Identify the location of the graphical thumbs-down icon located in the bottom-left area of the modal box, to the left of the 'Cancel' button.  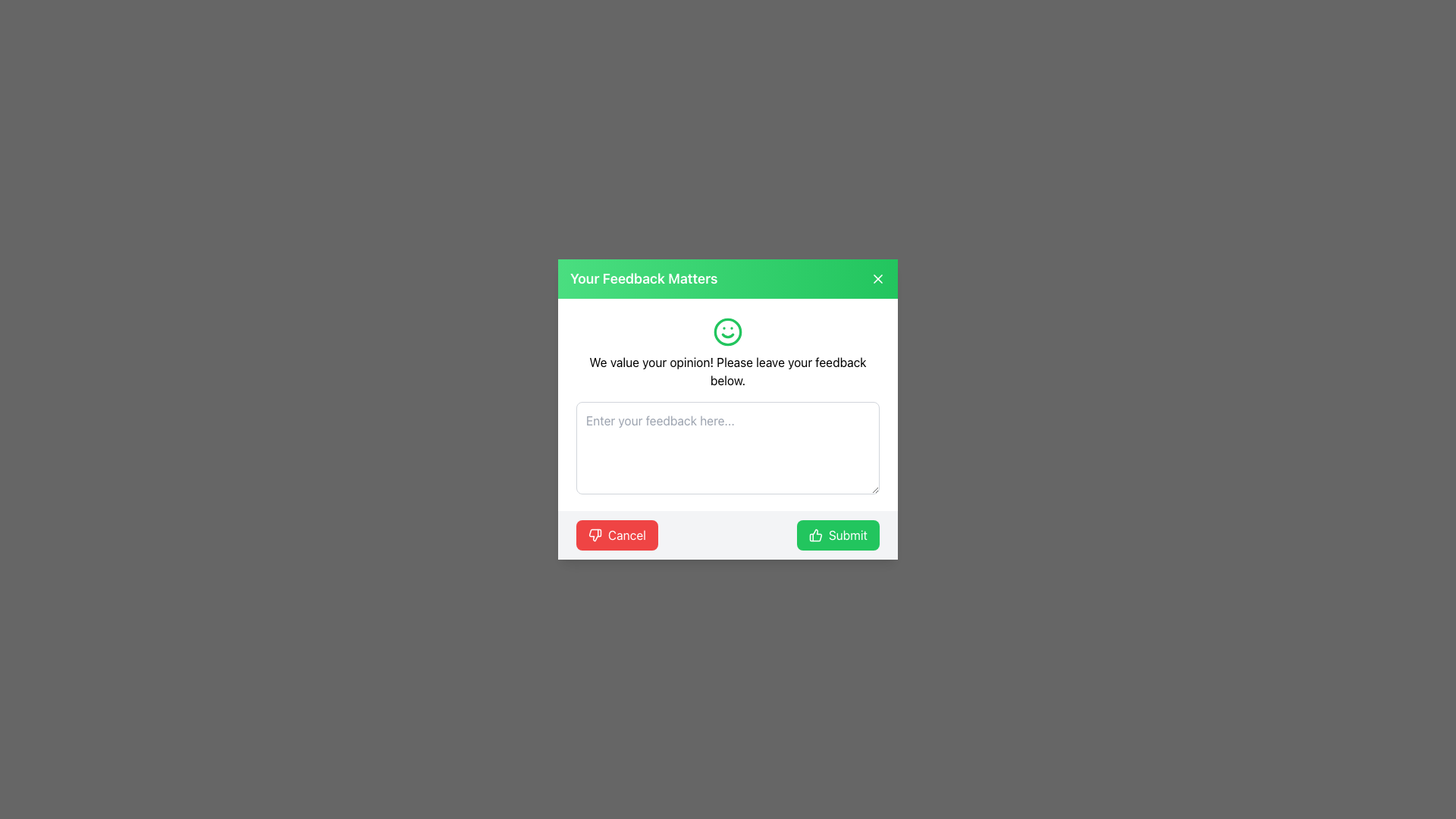
(595, 534).